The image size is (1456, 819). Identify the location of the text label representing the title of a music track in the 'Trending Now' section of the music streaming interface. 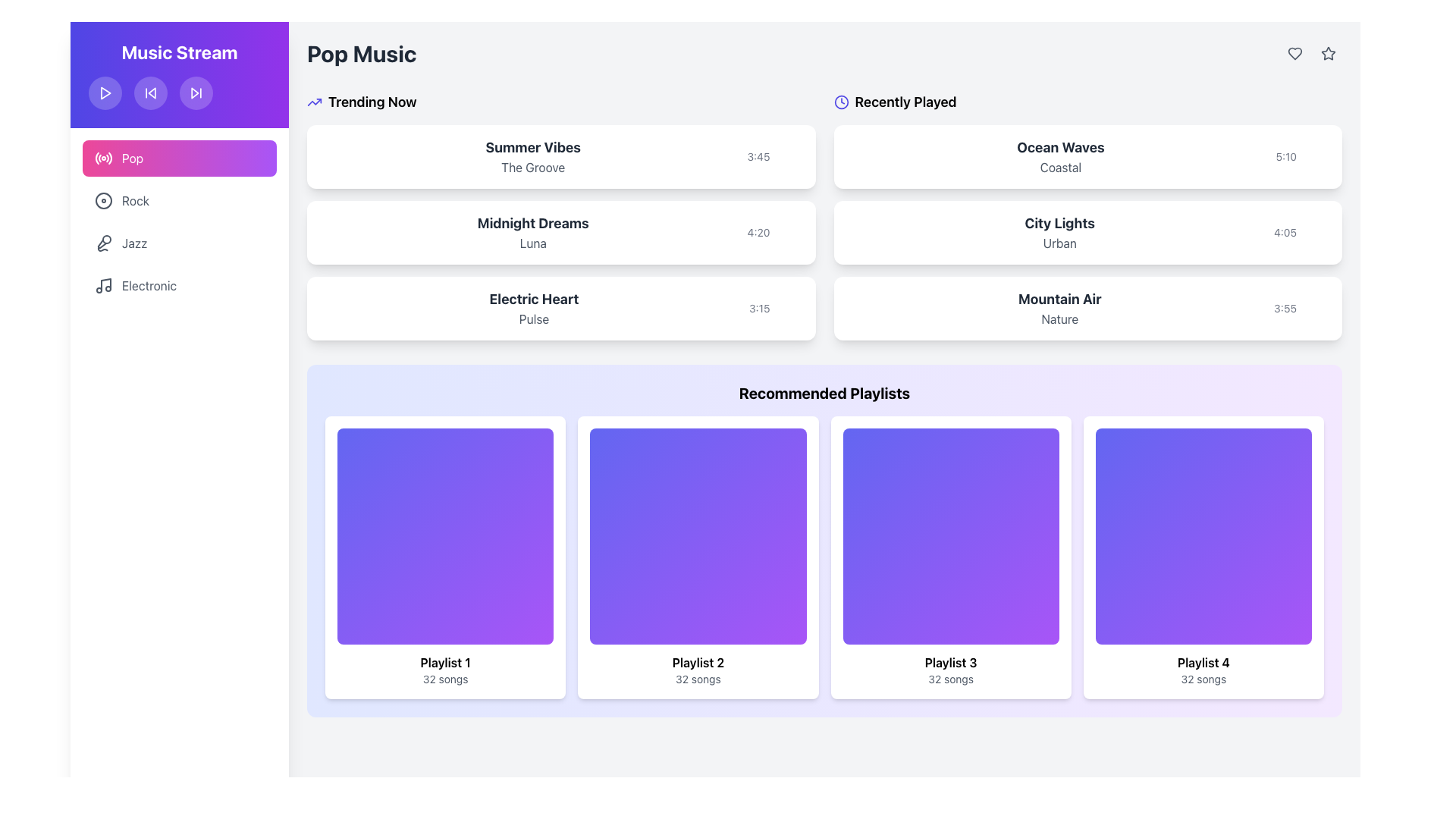
(533, 223).